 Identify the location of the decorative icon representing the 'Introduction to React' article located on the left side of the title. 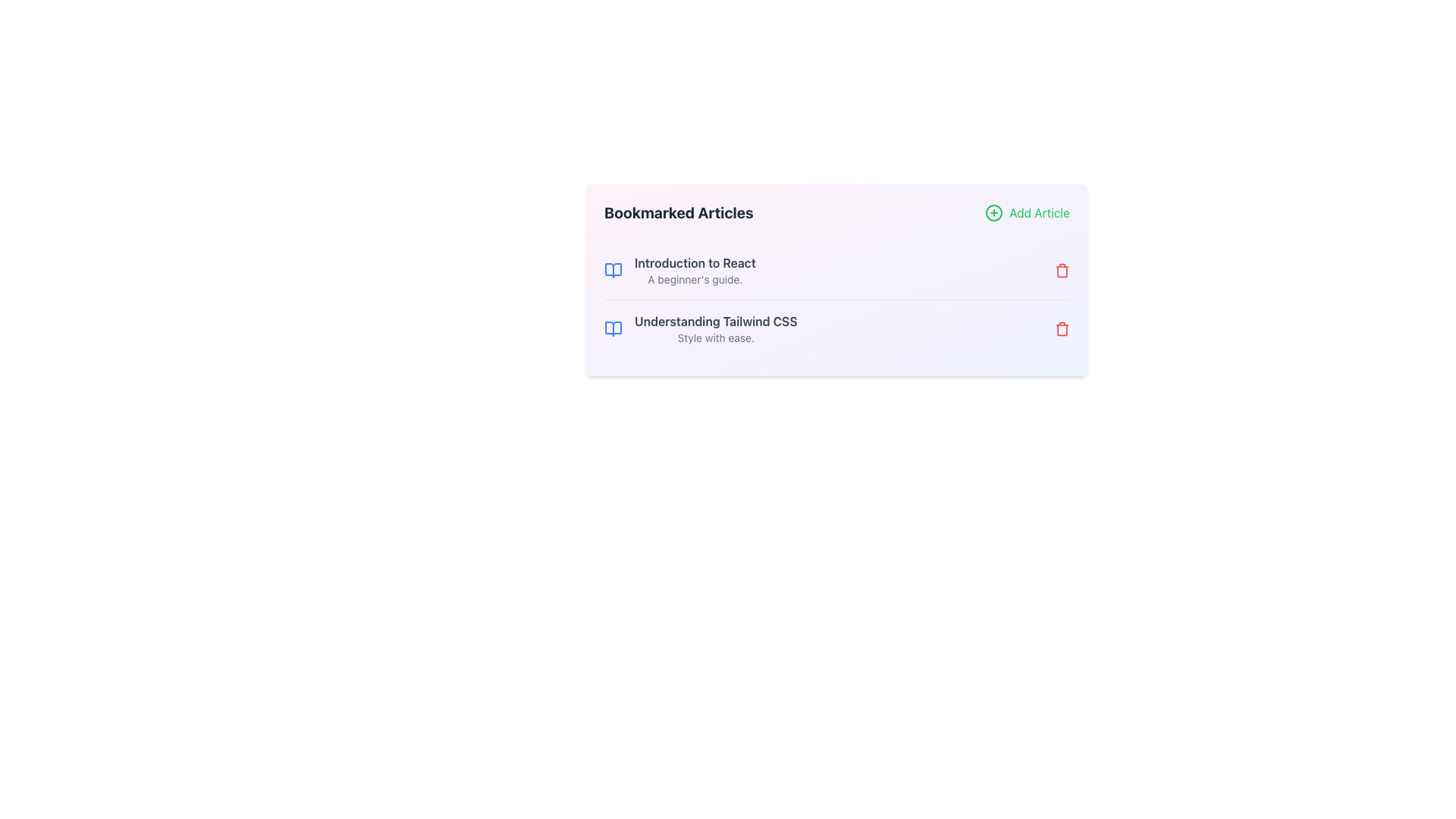
(613, 270).